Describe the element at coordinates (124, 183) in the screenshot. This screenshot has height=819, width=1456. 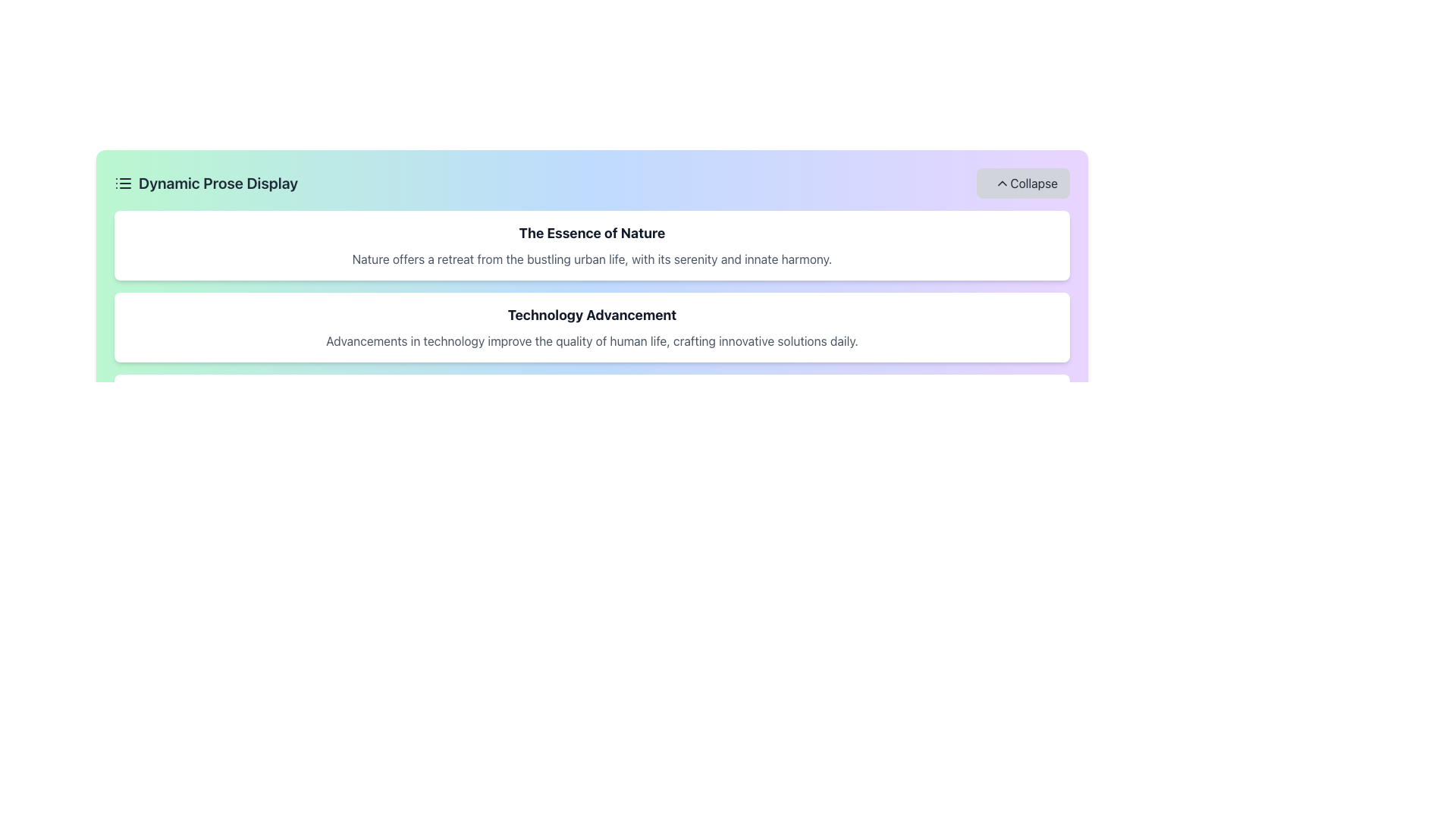
I see `the icon located to the left of the text 'Dynamic Prose Display' in the header section` at that location.